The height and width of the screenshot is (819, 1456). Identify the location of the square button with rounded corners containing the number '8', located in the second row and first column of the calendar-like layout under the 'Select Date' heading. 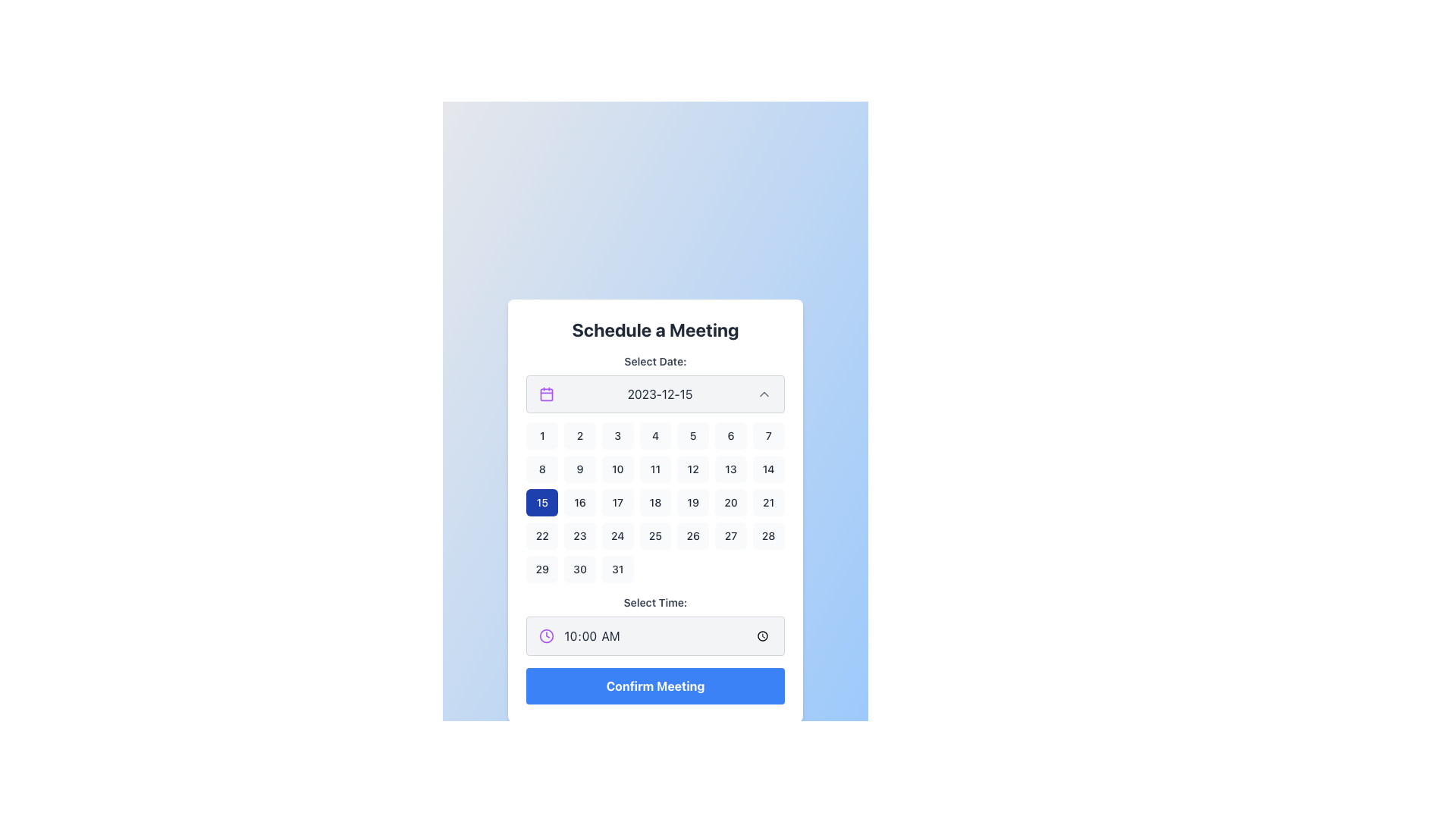
(542, 468).